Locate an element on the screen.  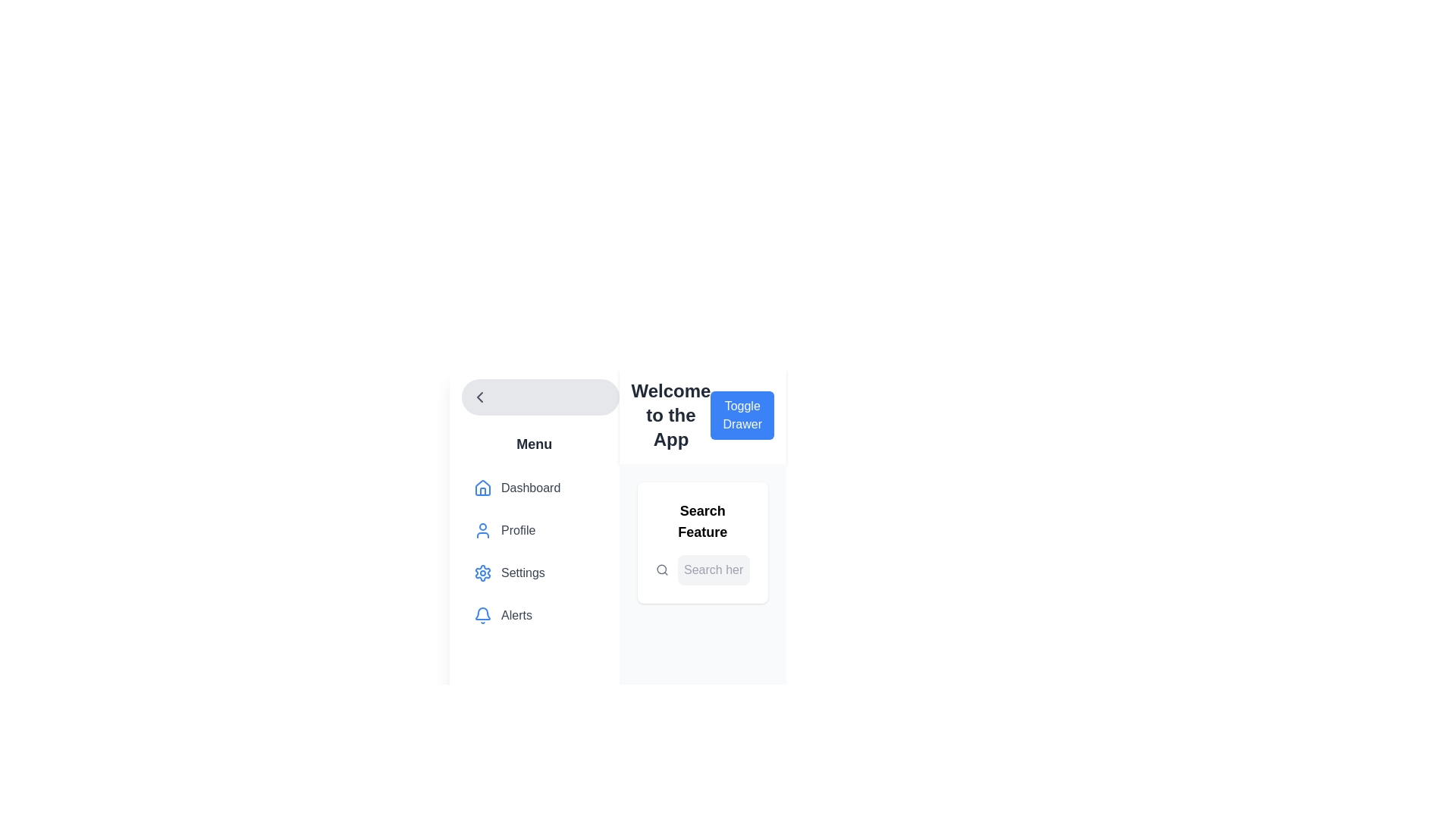
the chevron icon located in the sidebar at the top-left corner, just to the left of the 'Menu' section is located at coordinates (479, 397).